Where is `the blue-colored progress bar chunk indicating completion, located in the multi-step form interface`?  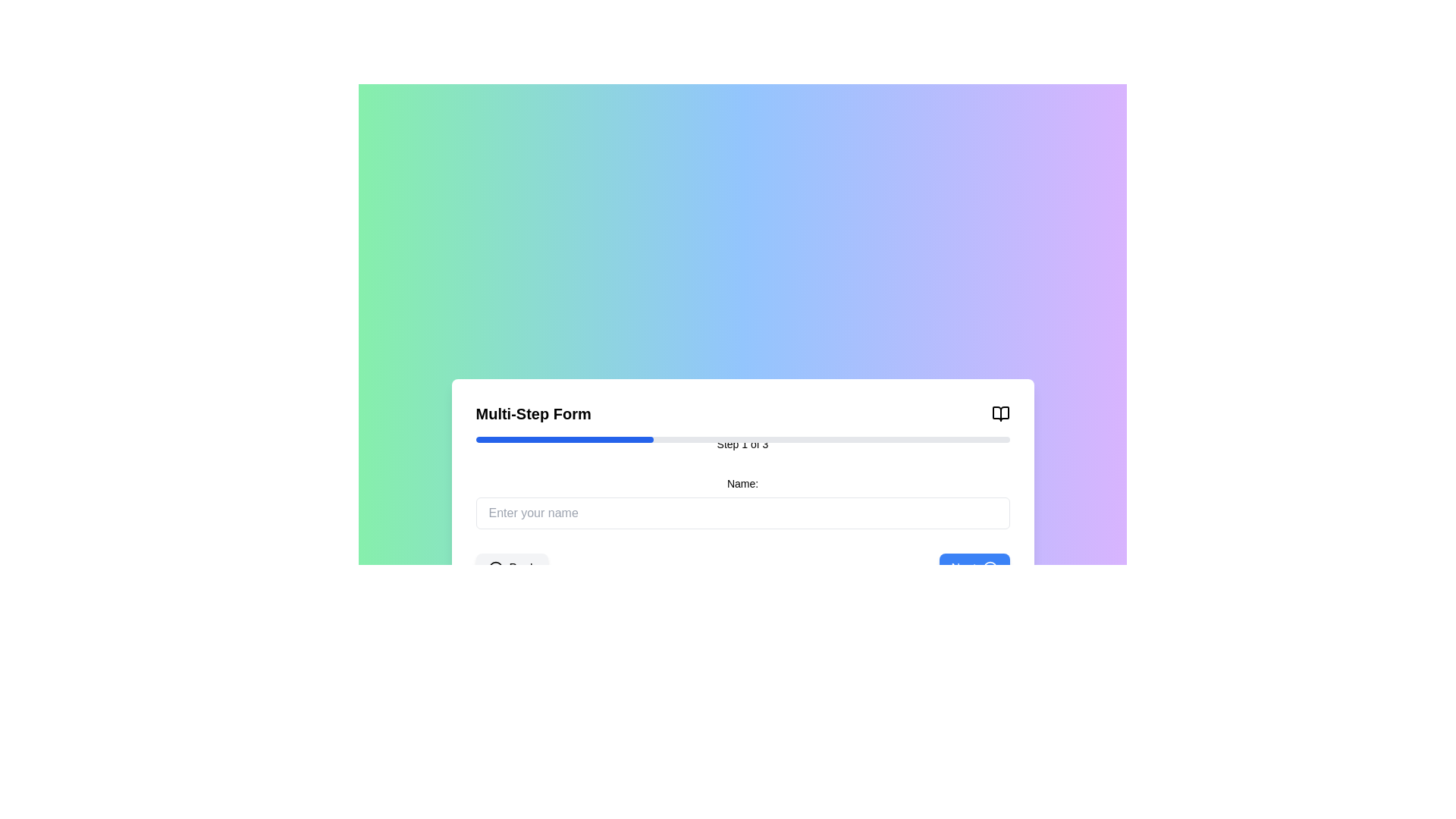 the blue-colored progress bar chunk indicating completion, located in the multi-step form interface is located at coordinates (563, 439).